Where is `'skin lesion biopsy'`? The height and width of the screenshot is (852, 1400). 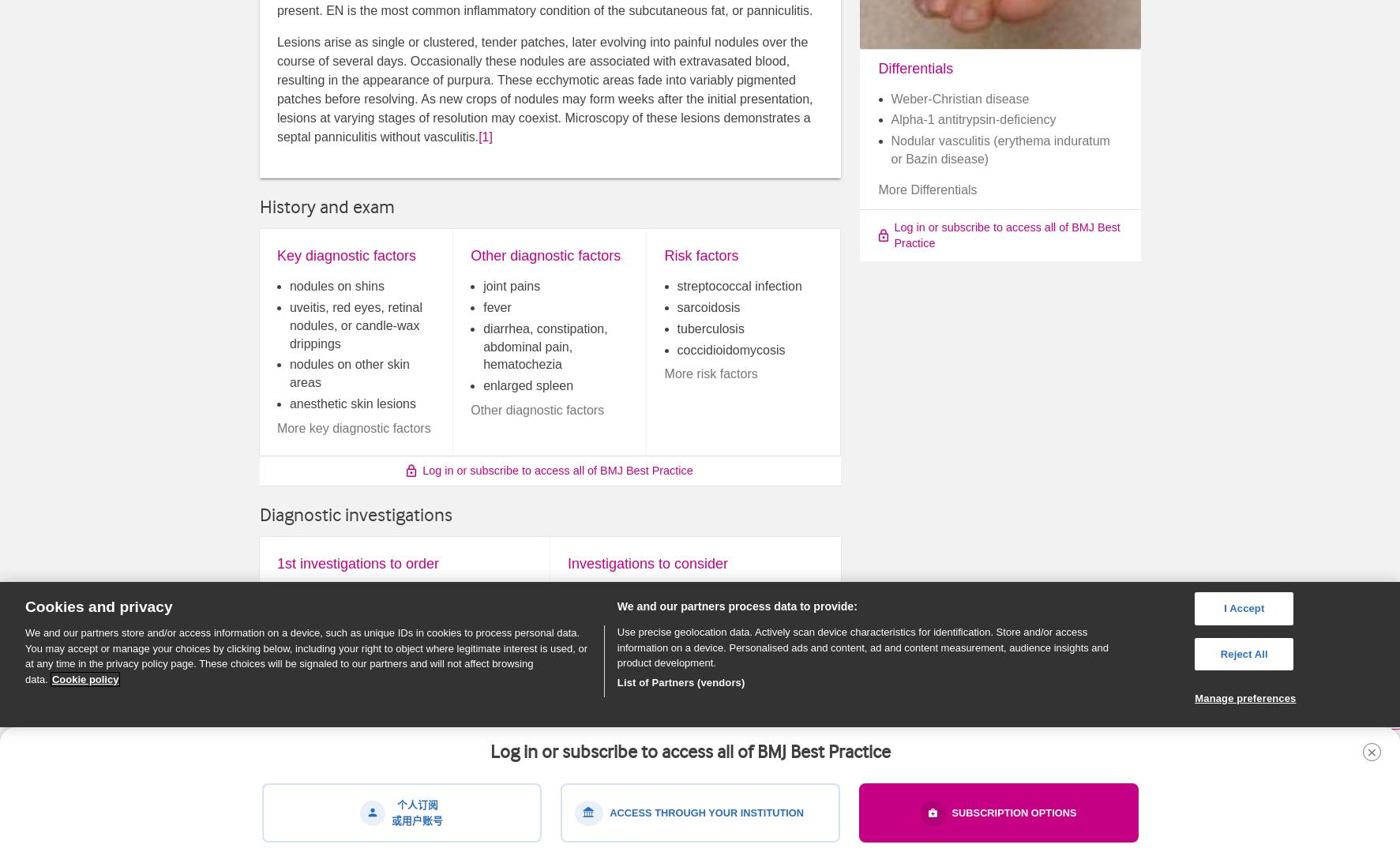 'skin lesion biopsy' is located at coordinates (628, 614).